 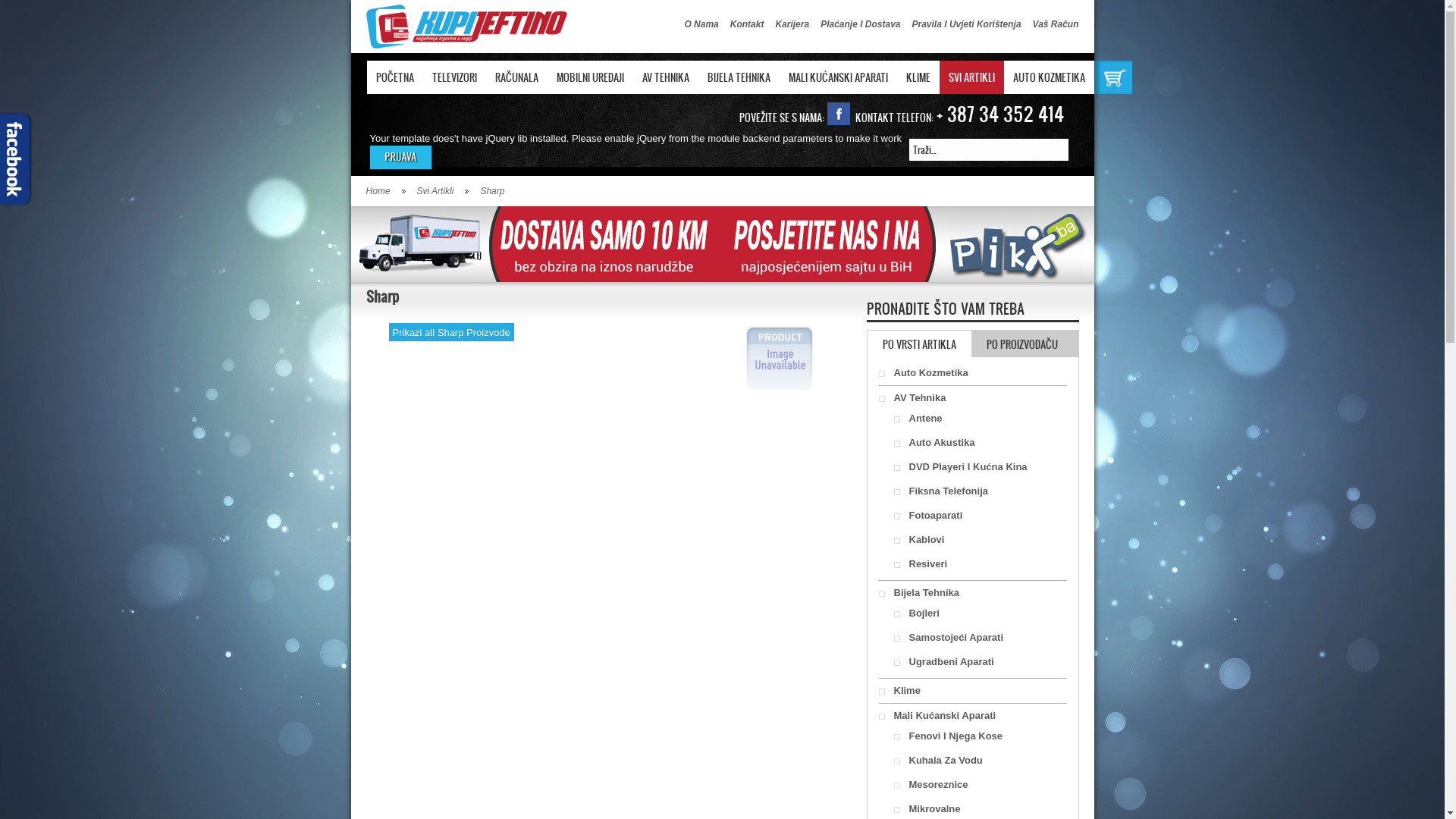 I want to click on 'Kablovi', so click(x=979, y=539).